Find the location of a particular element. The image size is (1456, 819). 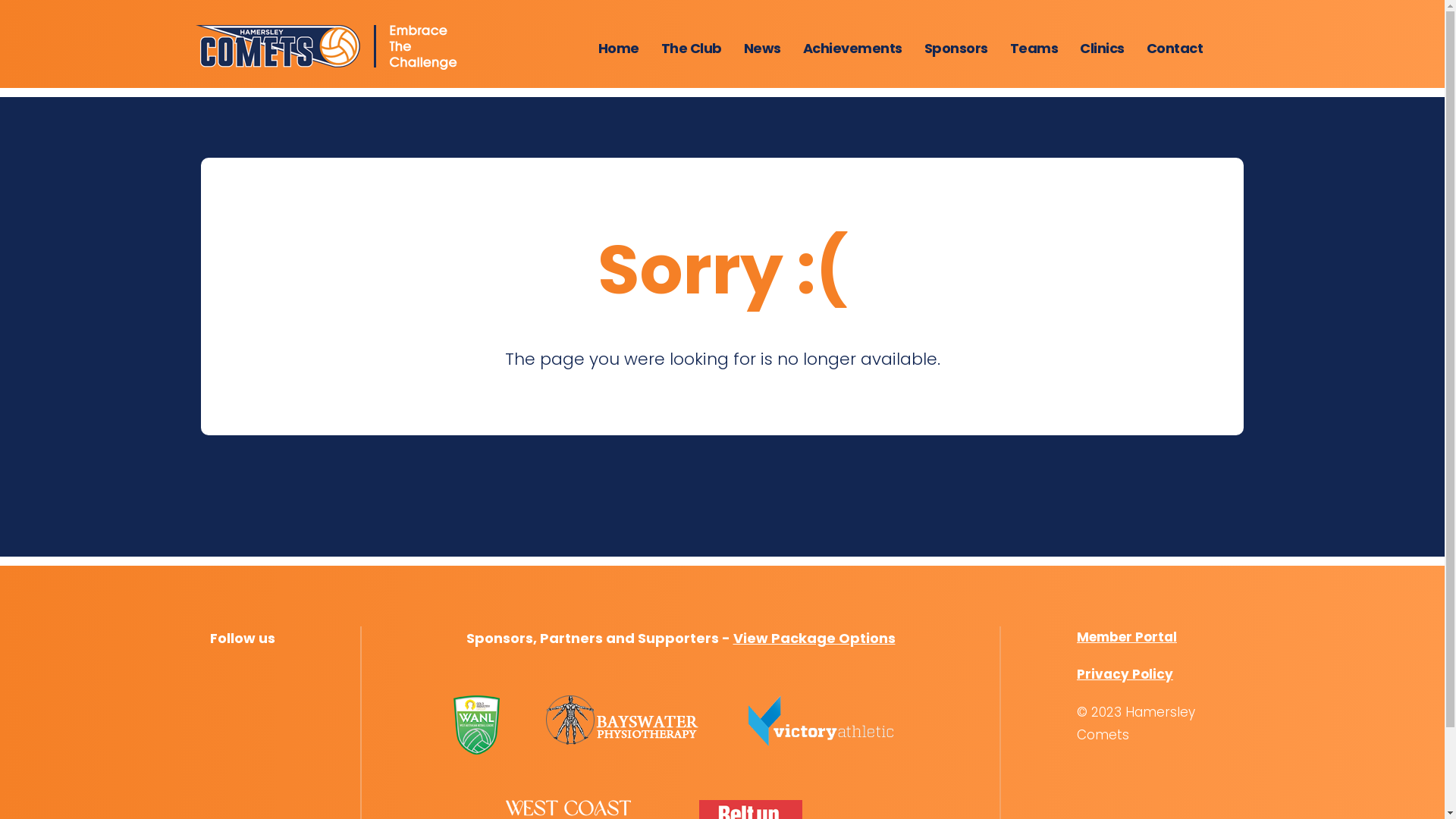

'The Club' is located at coordinates (691, 47).